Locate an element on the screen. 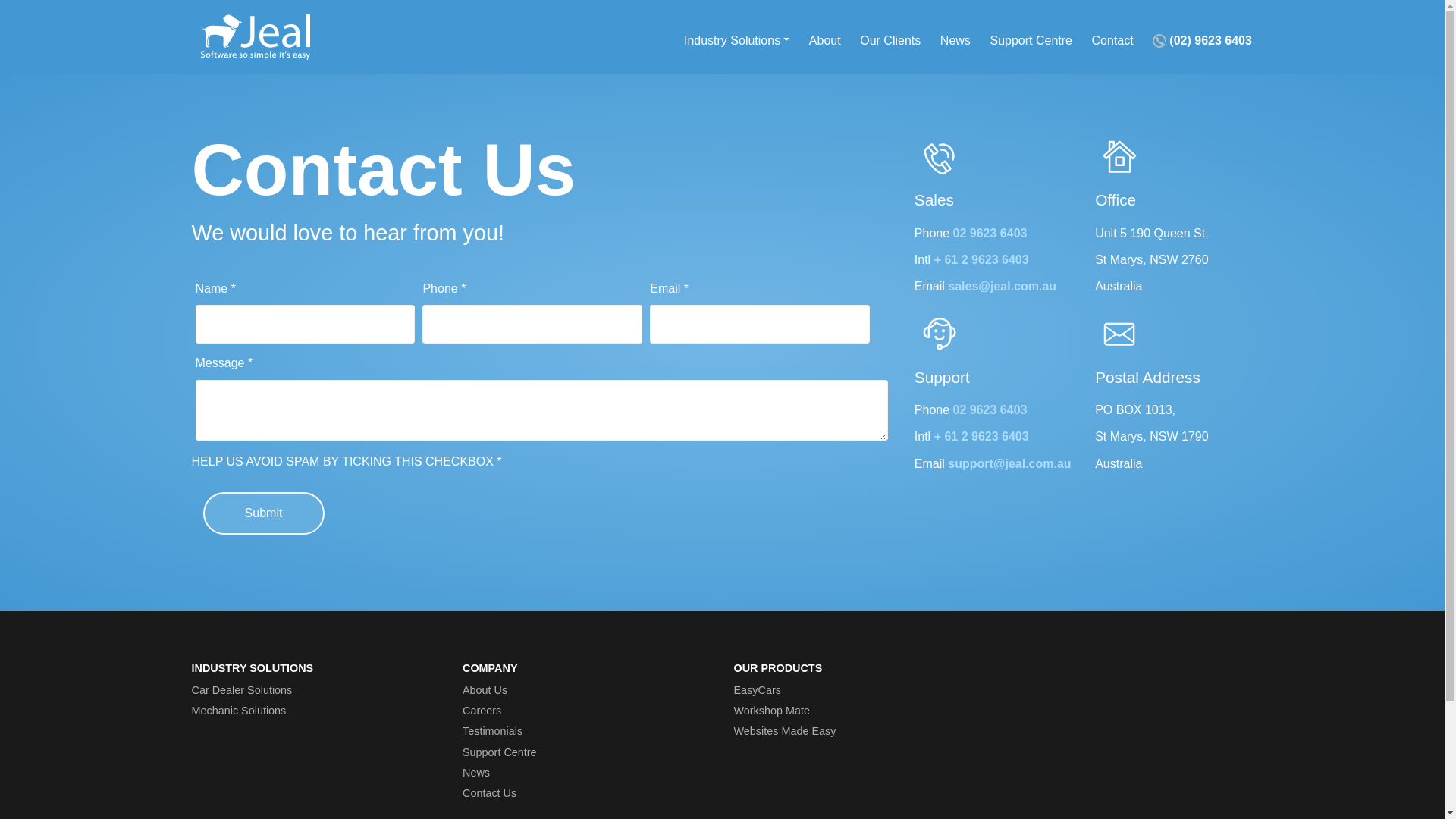 The height and width of the screenshot is (819, 1456). 'Mechanic Solutions' is located at coordinates (237, 711).